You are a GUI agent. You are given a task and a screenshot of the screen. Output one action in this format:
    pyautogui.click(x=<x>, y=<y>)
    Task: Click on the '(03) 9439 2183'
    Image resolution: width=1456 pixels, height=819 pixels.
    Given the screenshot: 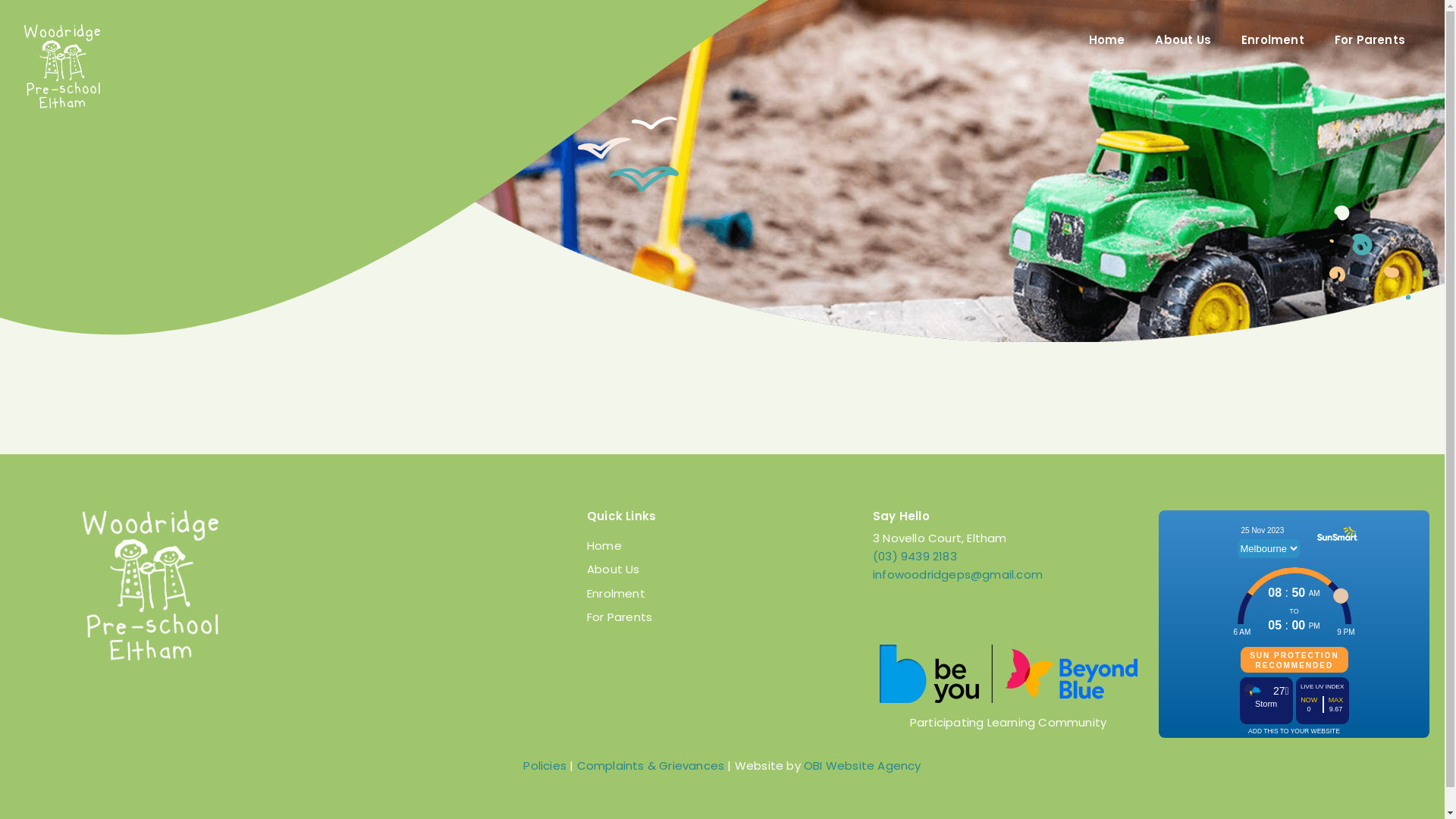 What is the action you would take?
    pyautogui.click(x=914, y=556)
    